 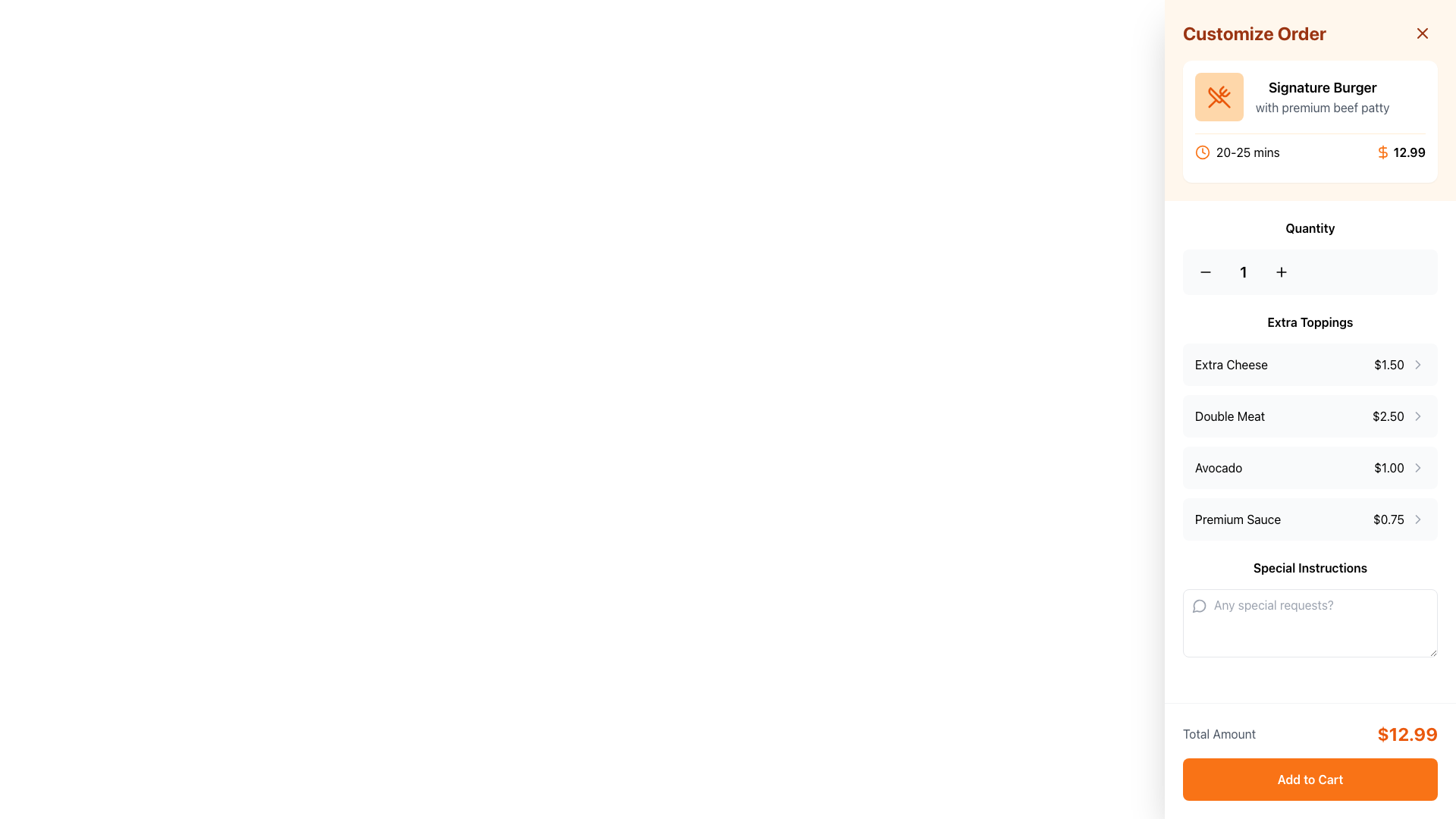 What do you see at coordinates (1280, 271) in the screenshot?
I see `the circular '+' button located in the 'Customize Order' panel to visualize its hover effect` at bounding box center [1280, 271].